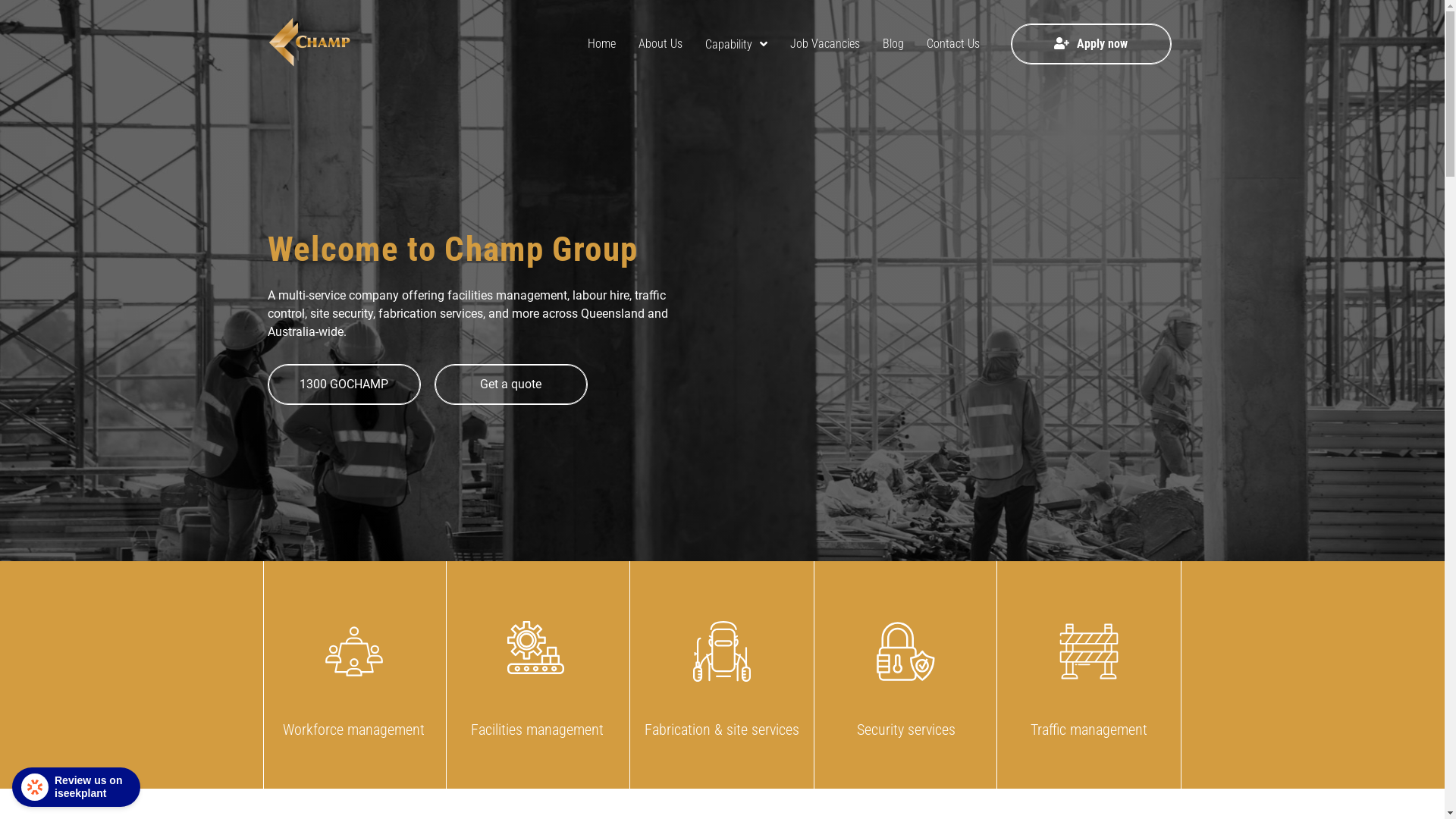 This screenshot has height=819, width=1456. What do you see at coordinates (537, 674) in the screenshot?
I see `'Facilities management'` at bounding box center [537, 674].